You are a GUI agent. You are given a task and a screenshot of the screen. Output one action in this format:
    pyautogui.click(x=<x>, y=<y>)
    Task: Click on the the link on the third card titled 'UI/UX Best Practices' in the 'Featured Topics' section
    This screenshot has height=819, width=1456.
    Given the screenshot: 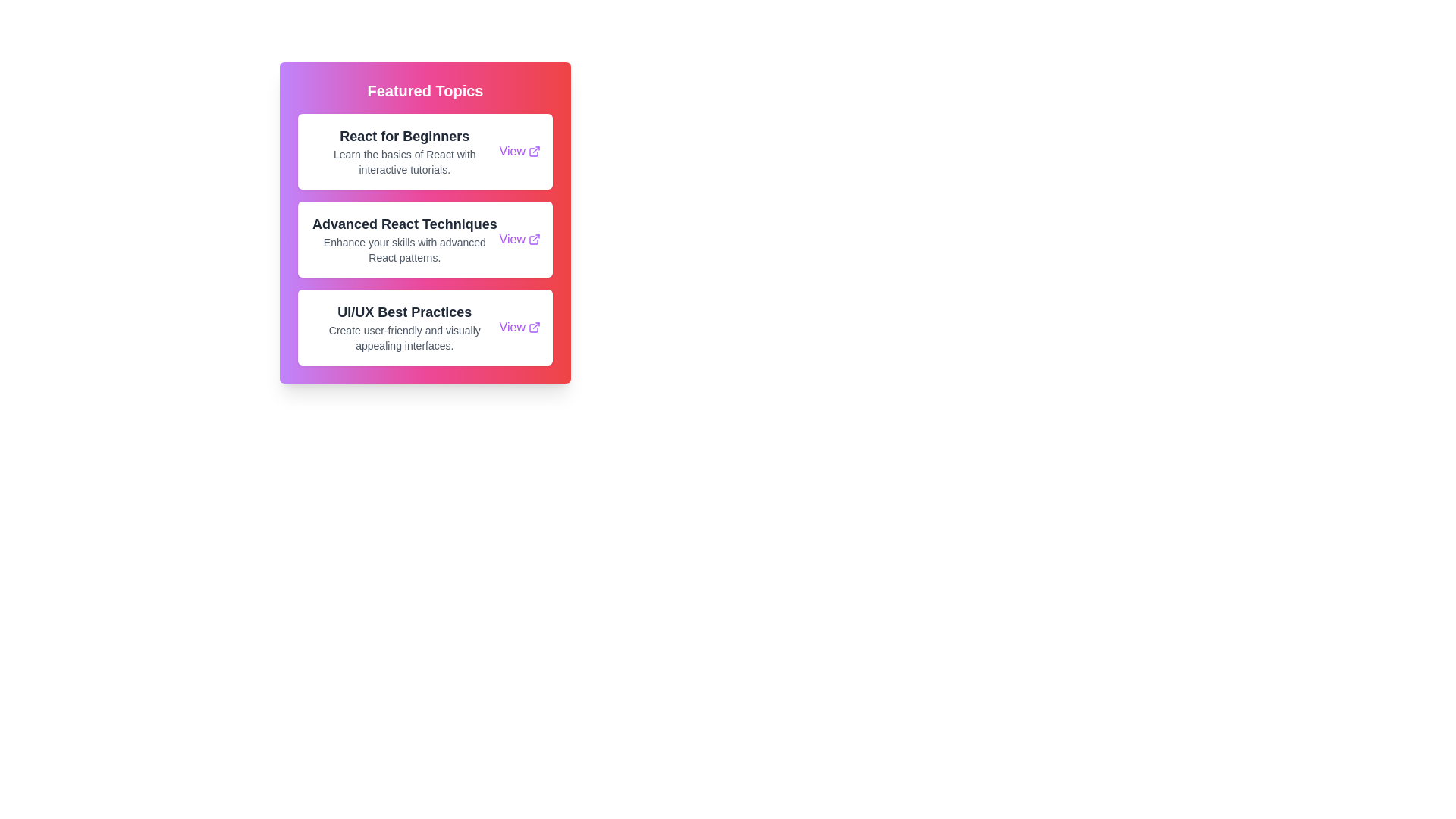 What is the action you would take?
    pyautogui.click(x=425, y=327)
    